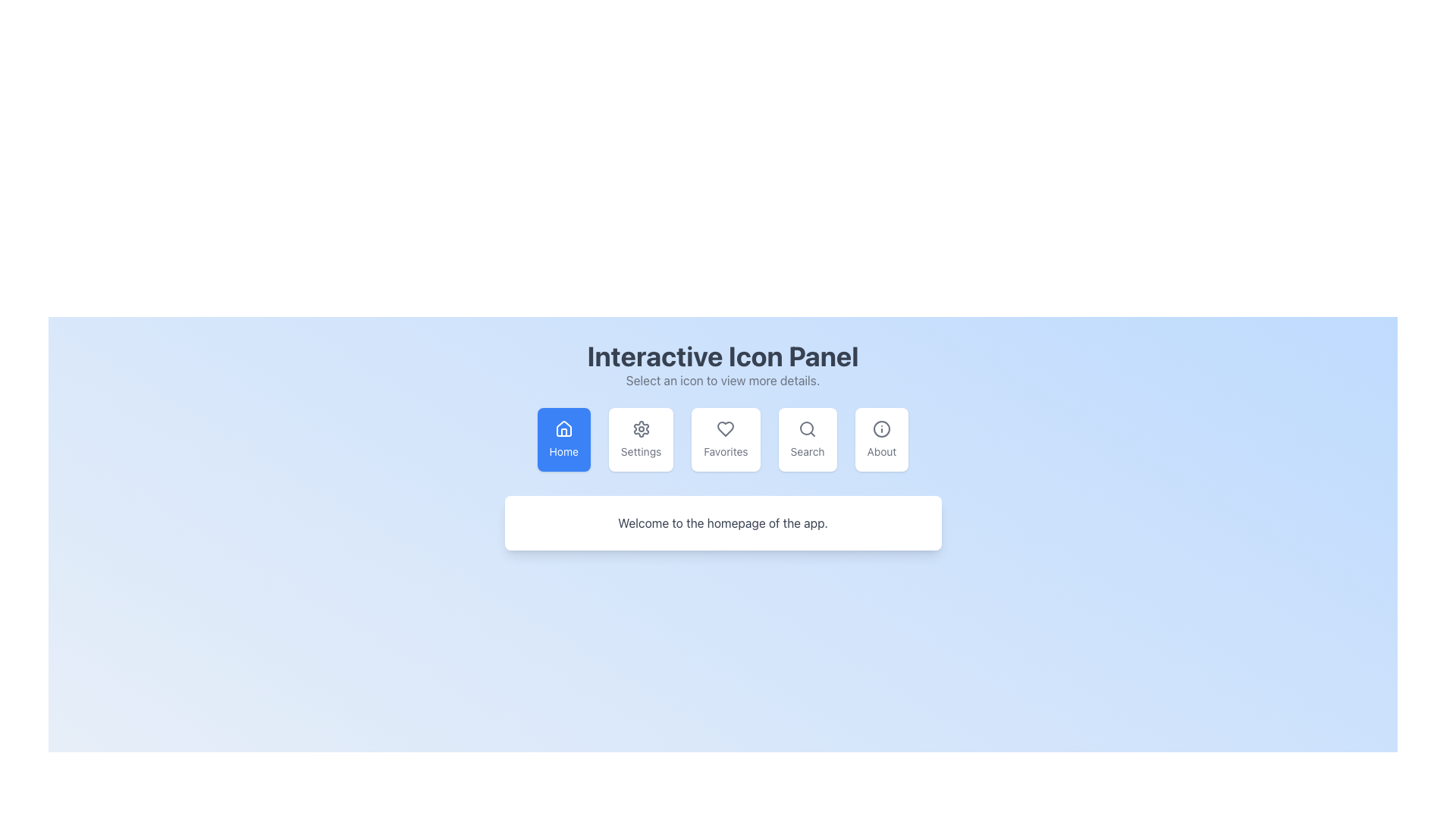  I want to click on the heart icon that symbolizes the 'Favorites' functionality, located at the top-center section of the 'Favorites' interactive card, which is the third card from the left, so click(725, 429).